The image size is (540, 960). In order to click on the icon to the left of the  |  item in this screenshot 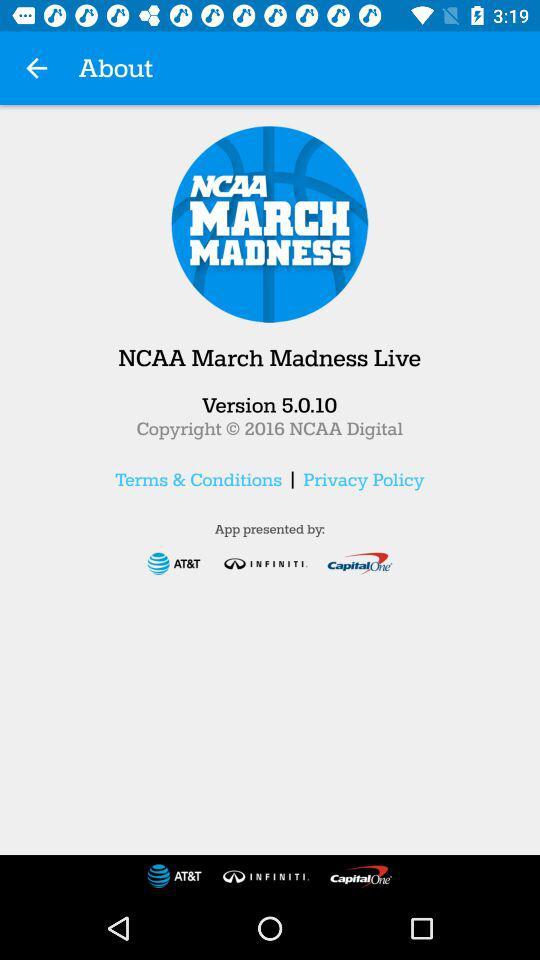, I will do `click(198, 479)`.